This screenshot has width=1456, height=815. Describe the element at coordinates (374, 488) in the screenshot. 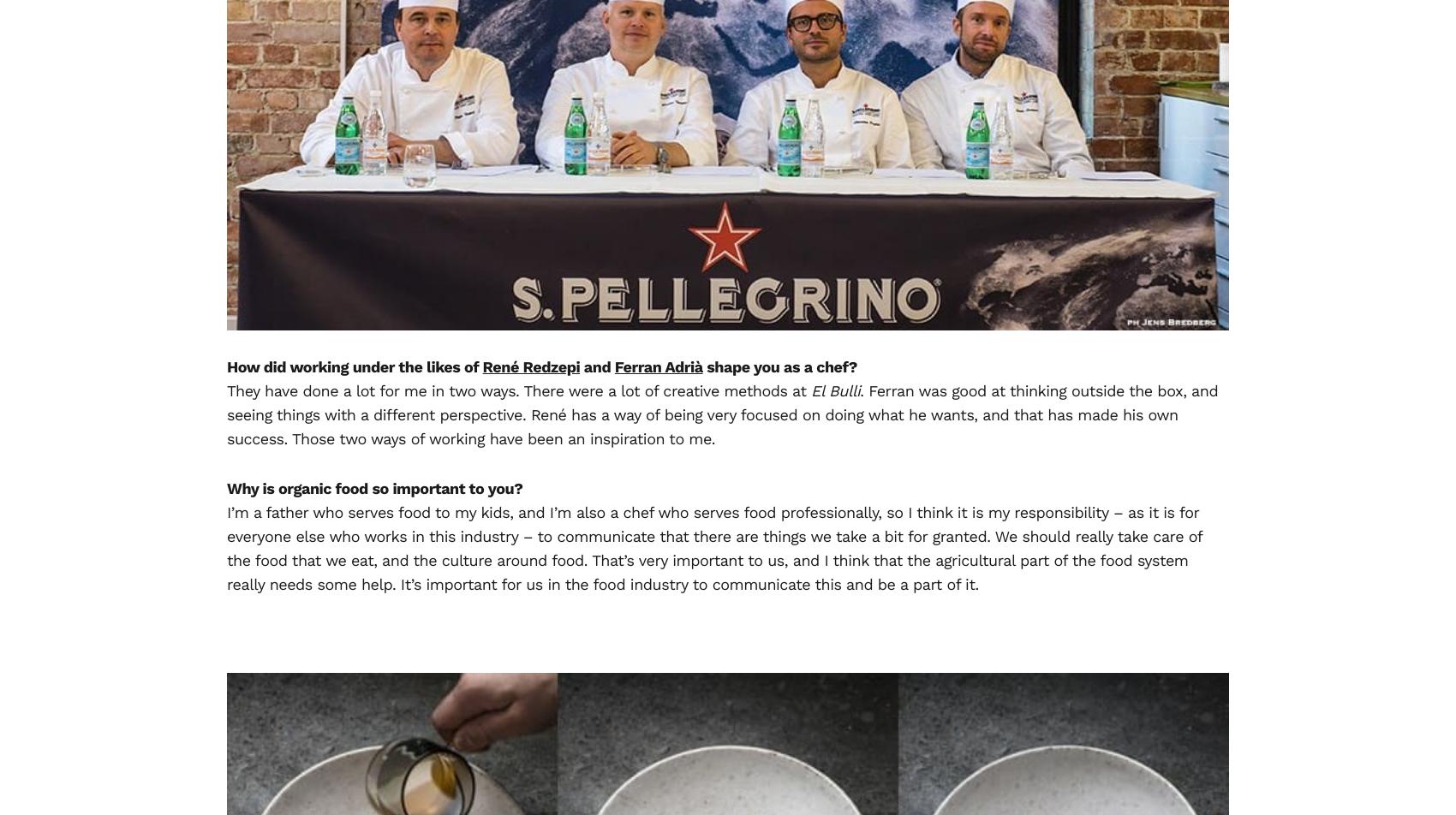

I see `'Why is organic food so important to you?'` at that location.